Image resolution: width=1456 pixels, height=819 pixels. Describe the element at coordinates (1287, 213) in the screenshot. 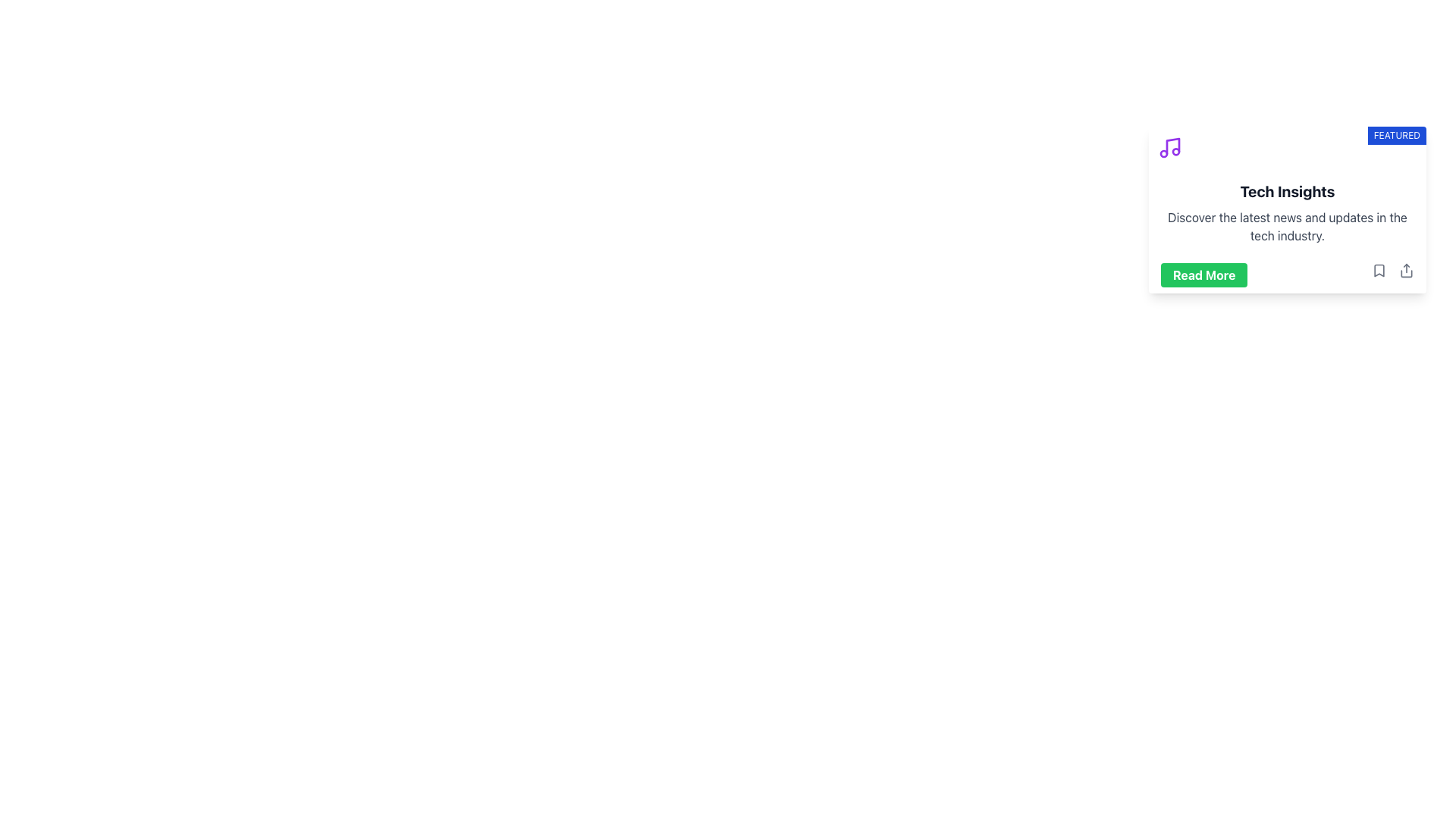

I see `the text block containing the heading 'Tech Insights' and the descriptive text about the tech industry` at that location.